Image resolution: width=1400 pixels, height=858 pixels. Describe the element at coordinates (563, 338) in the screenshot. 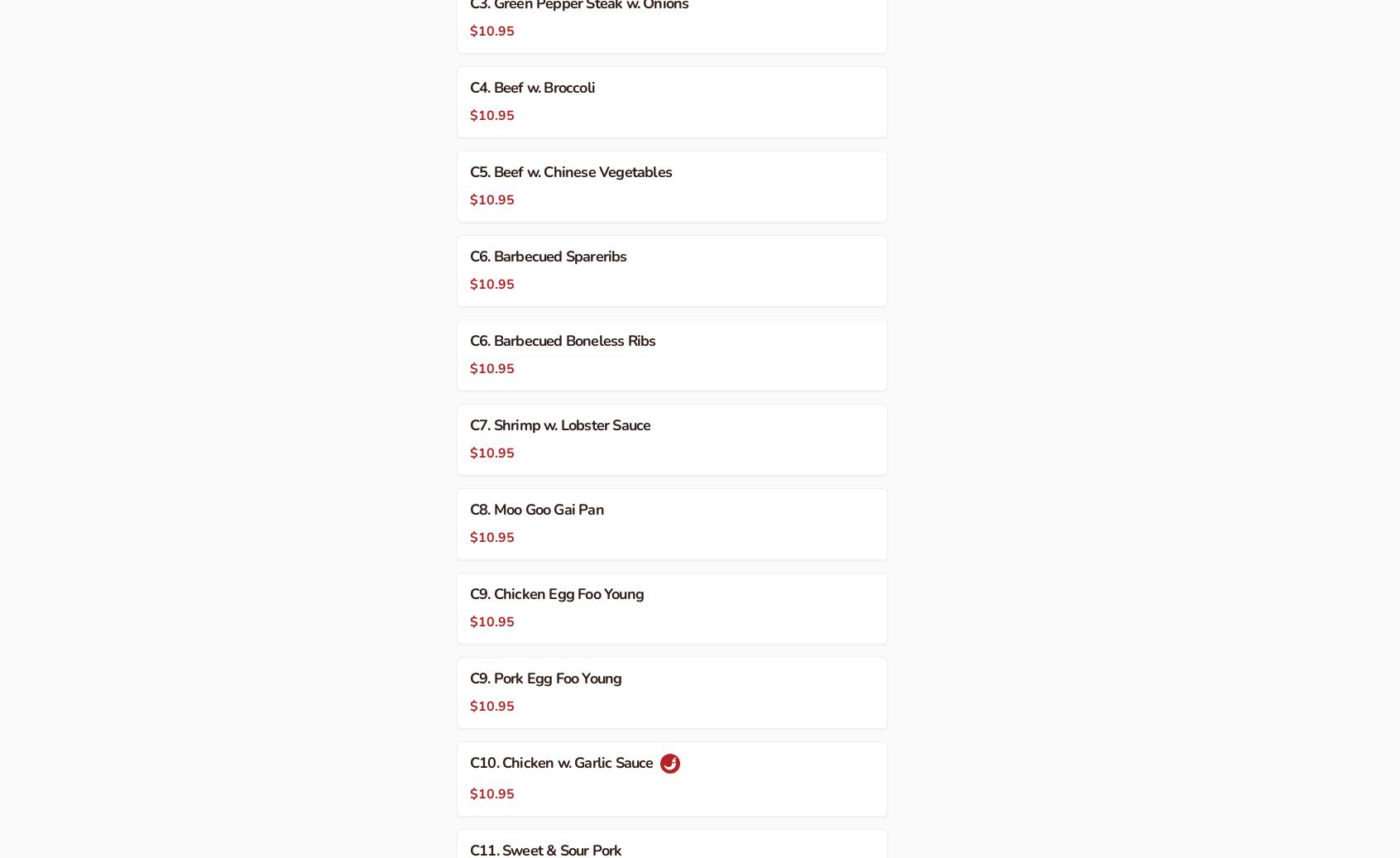

I see `'C6. Barbecued Boneless Ribs'` at that location.